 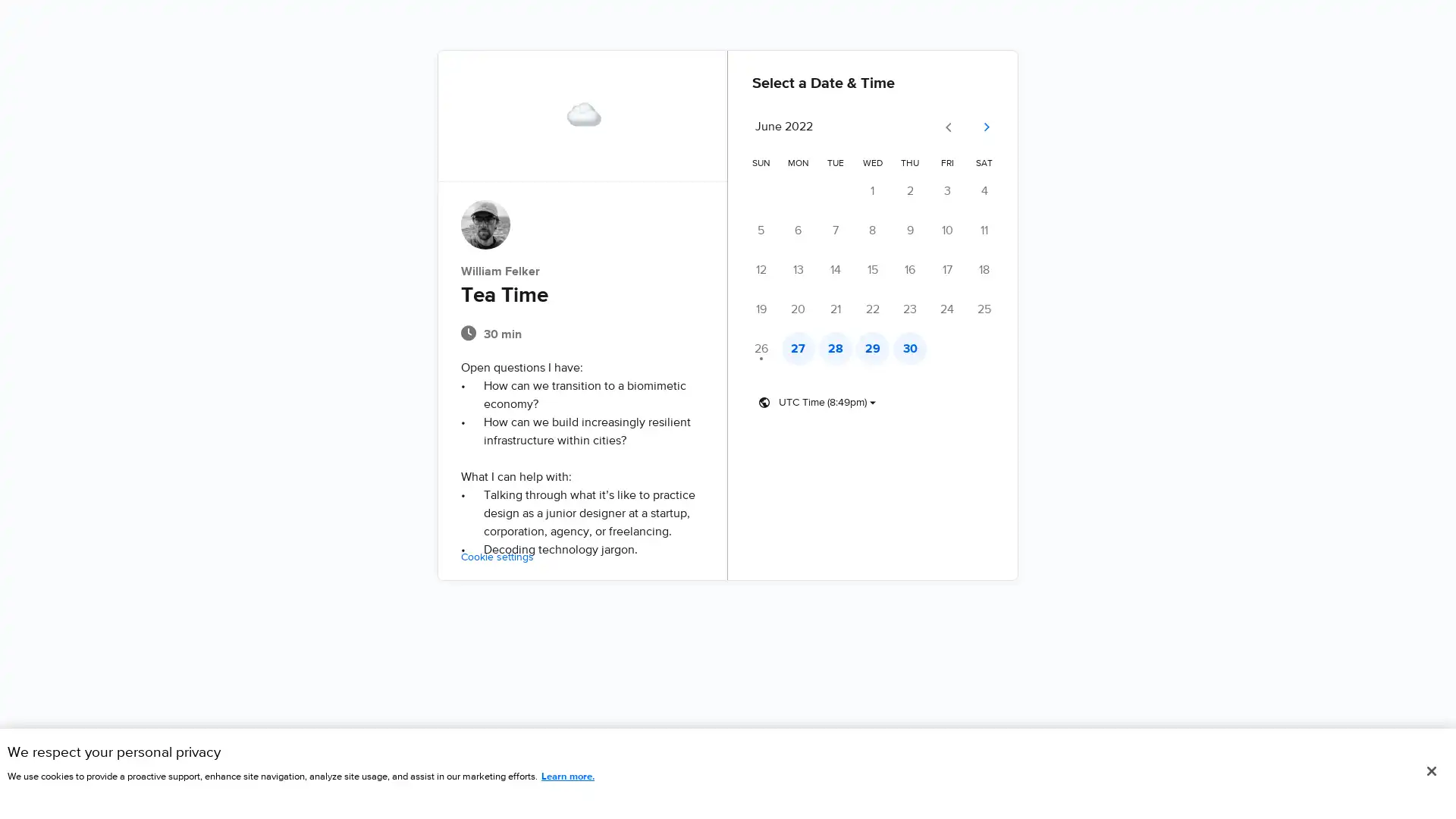 What do you see at coordinates (761, 268) in the screenshot?
I see `Sunday, June 12 - No times available` at bounding box center [761, 268].